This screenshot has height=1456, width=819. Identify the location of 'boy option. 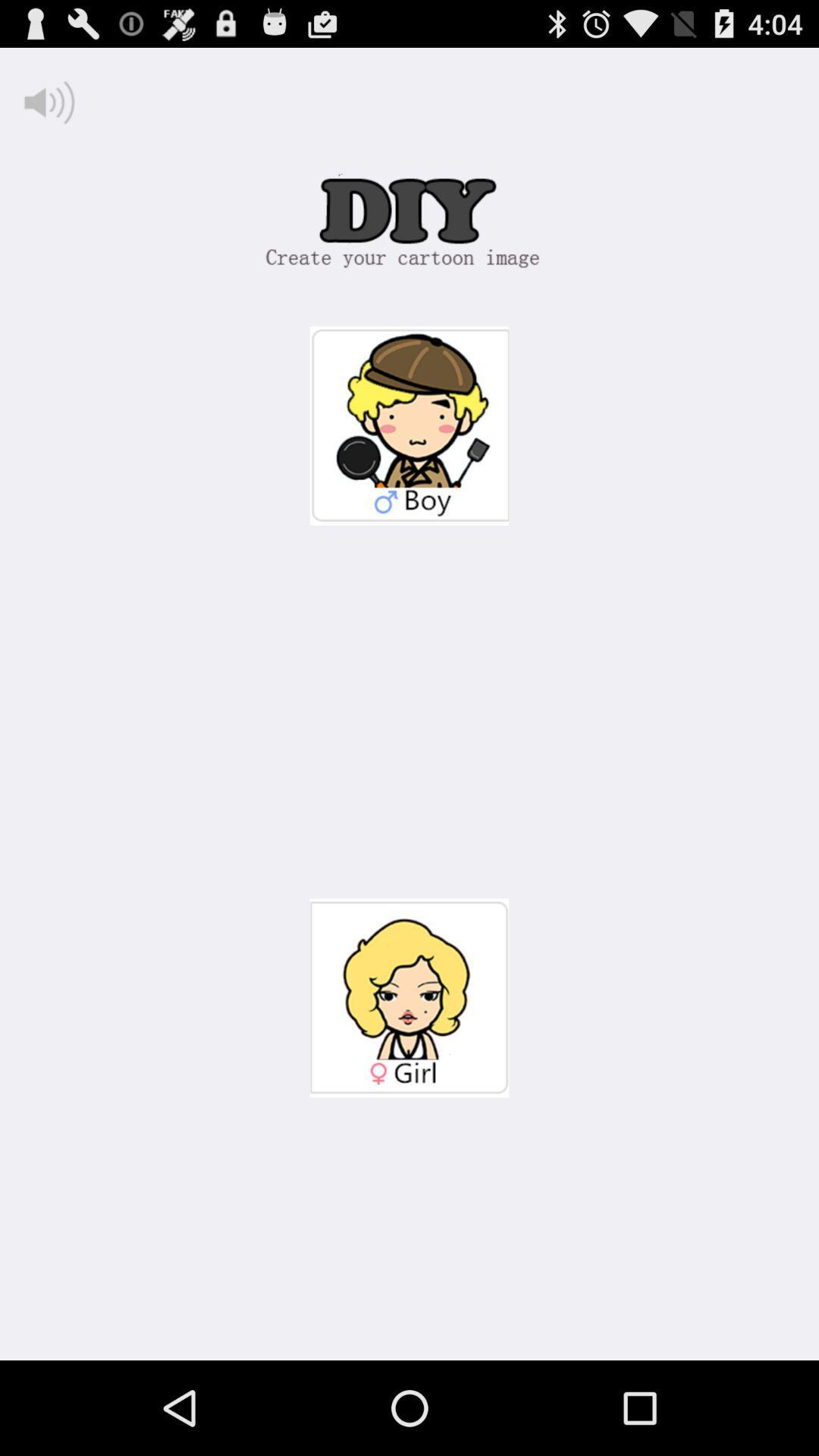
(409, 425).